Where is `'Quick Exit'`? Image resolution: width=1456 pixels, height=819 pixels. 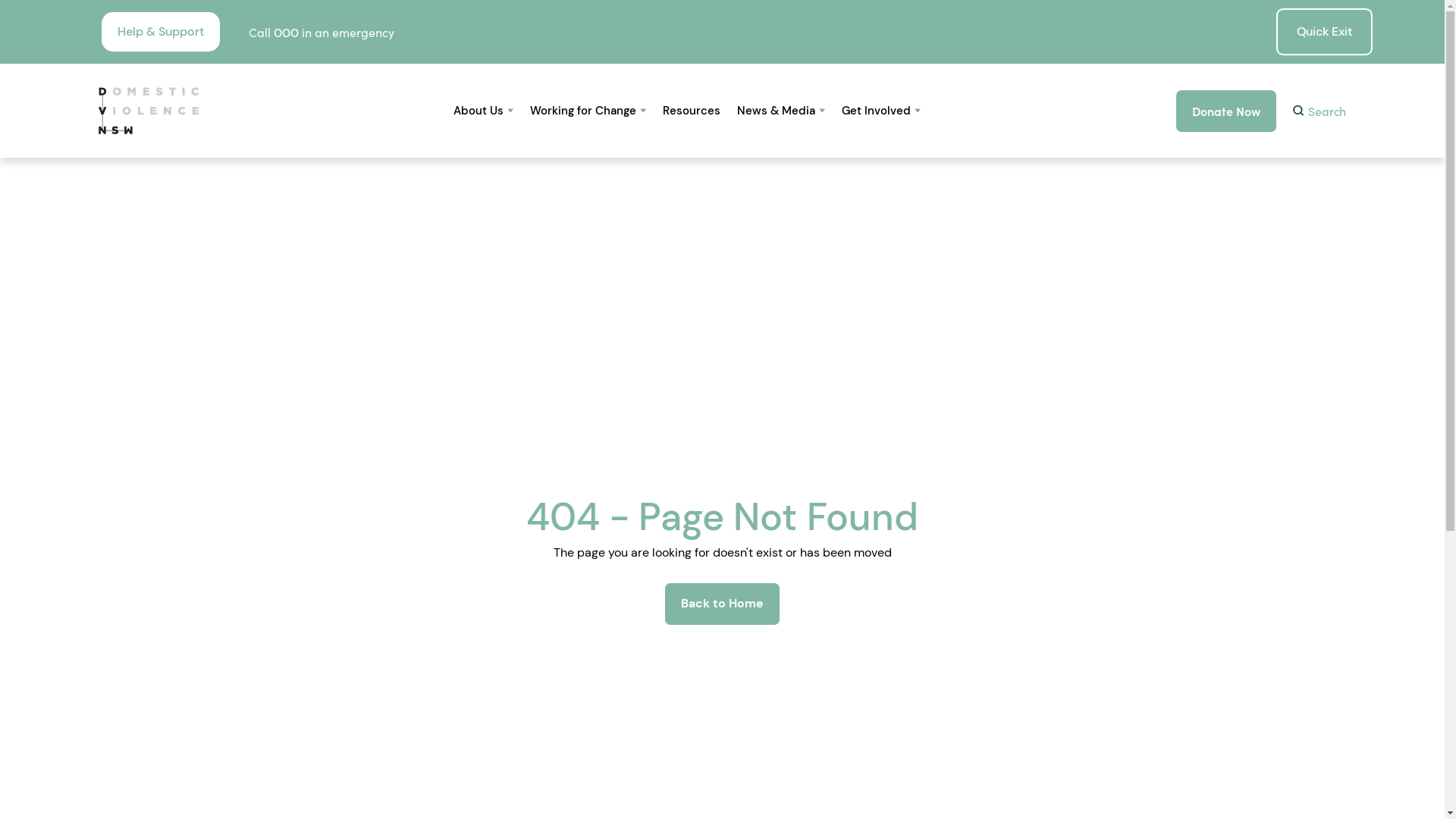
'Quick Exit' is located at coordinates (1323, 32).